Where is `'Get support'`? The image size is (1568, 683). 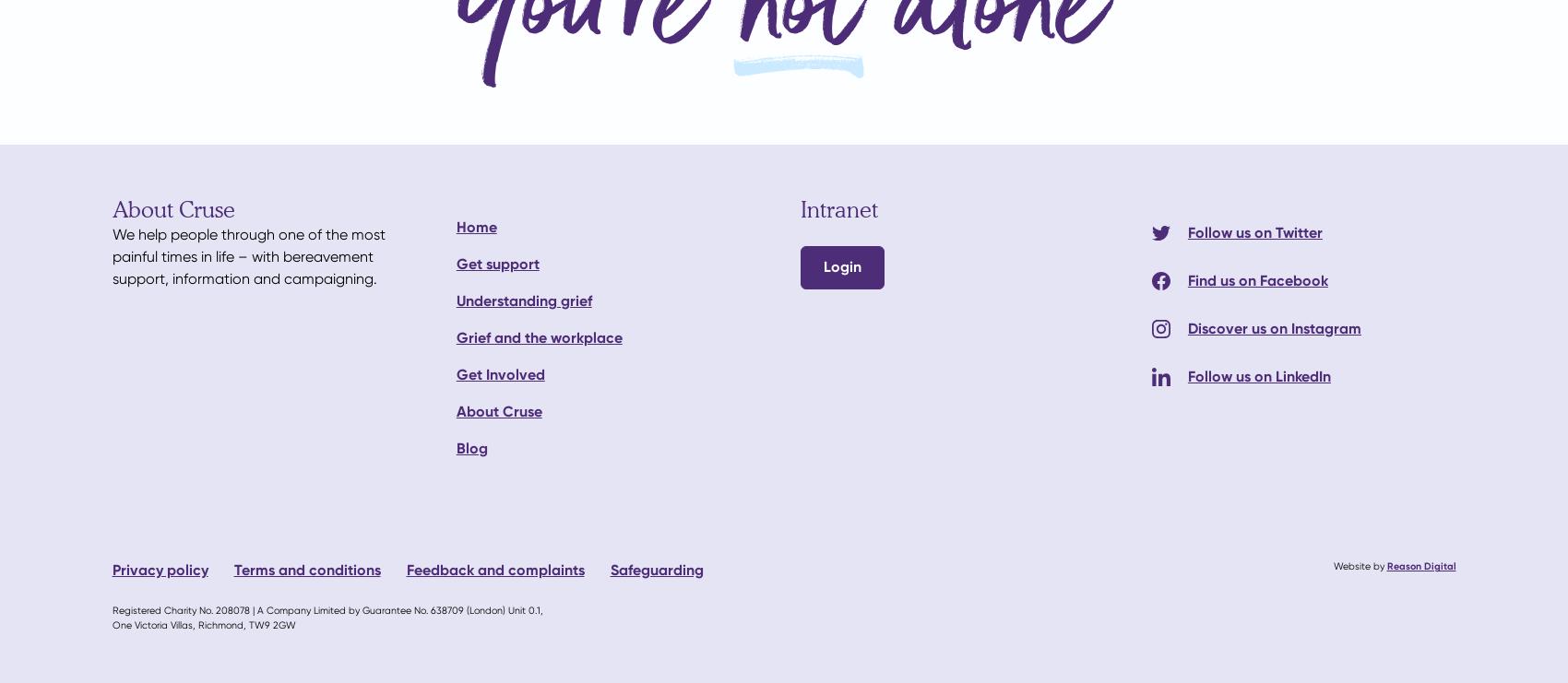 'Get support' is located at coordinates (496, 263).